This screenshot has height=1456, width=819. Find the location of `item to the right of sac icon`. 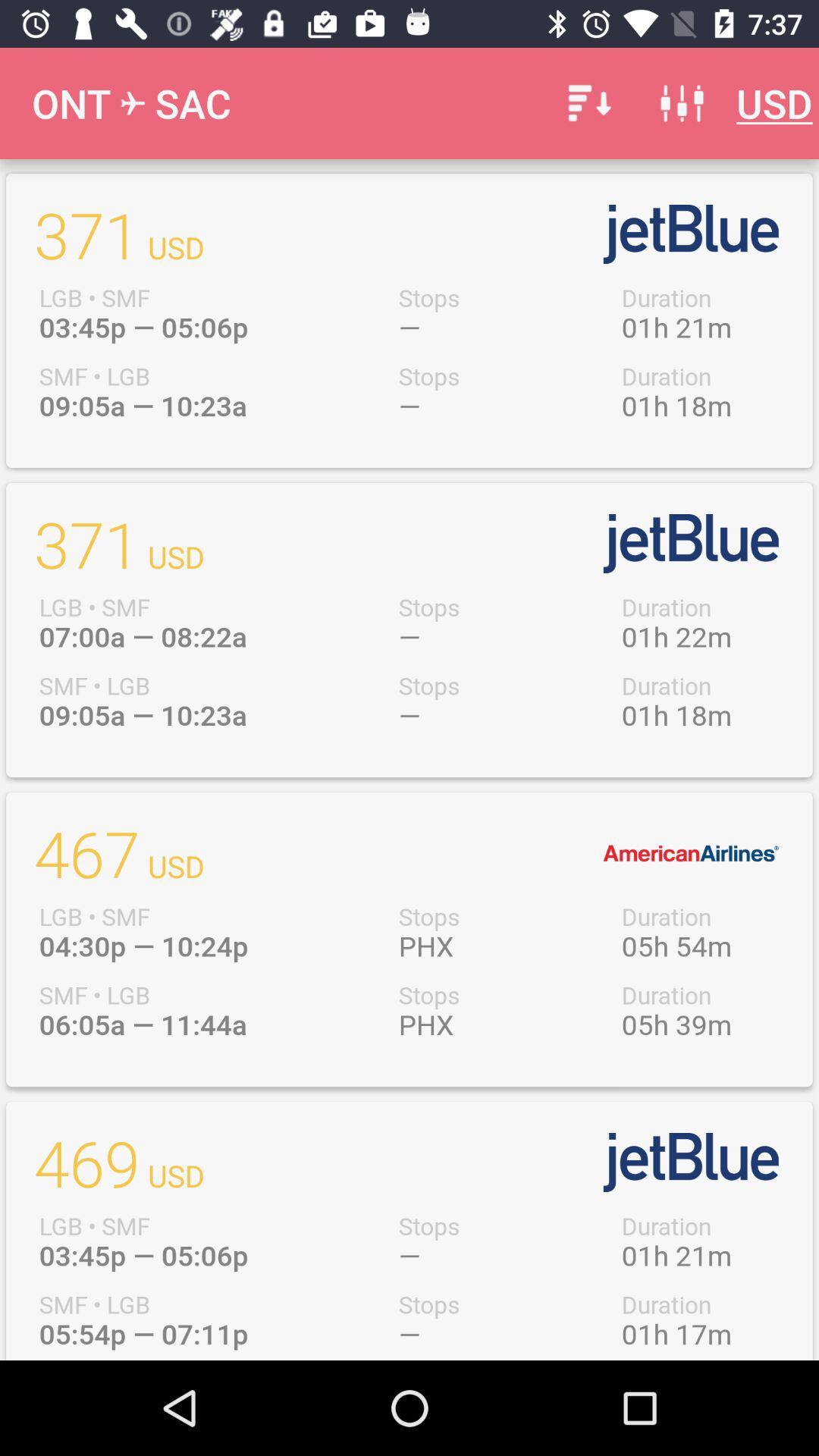

item to the right of sac icon is located at coordinates (586, 102).